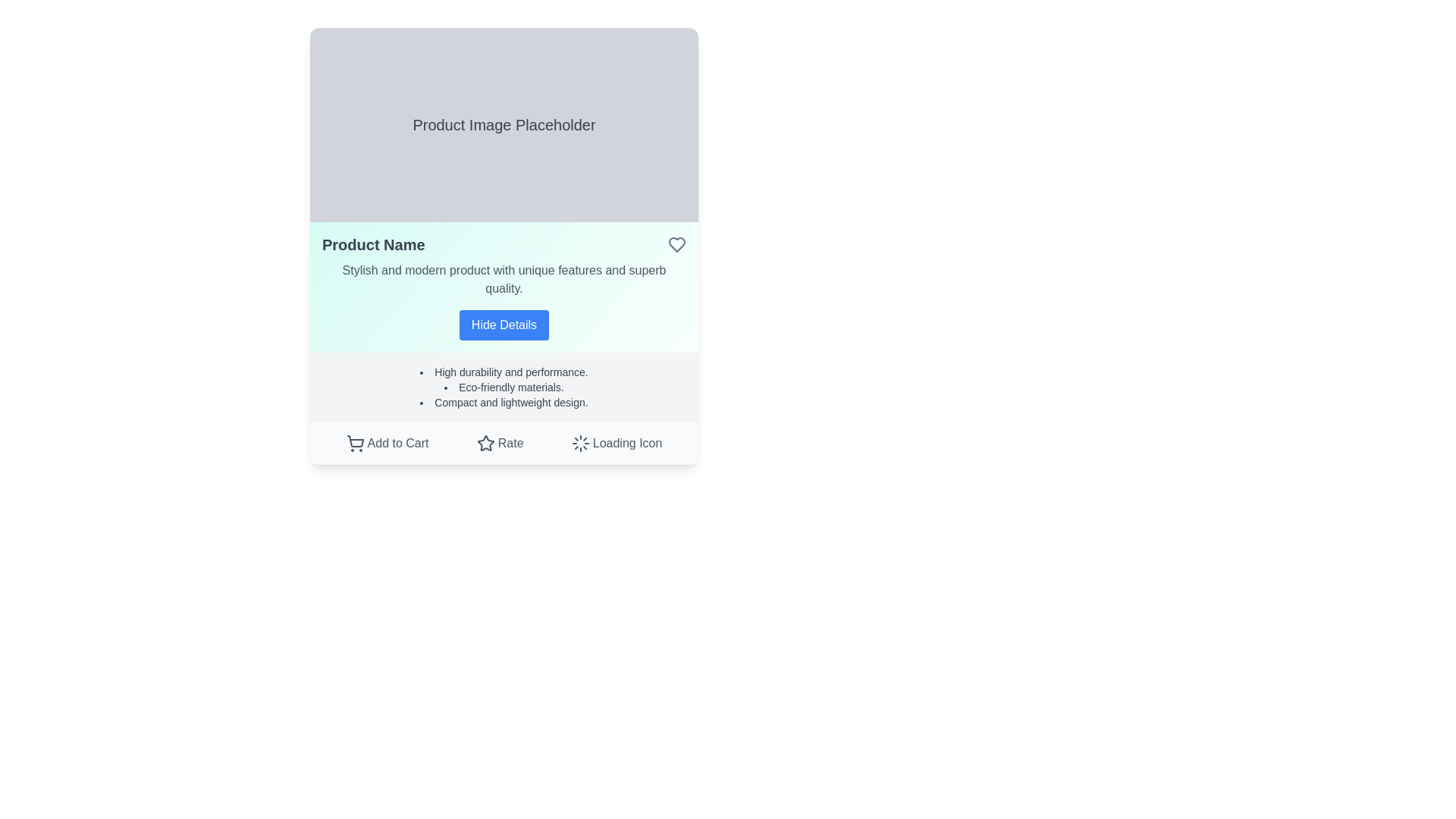  I want to click on the favorite icon located to the right of the 'Product Name' text to mark the associated product as a favorite, so click(676, 244).